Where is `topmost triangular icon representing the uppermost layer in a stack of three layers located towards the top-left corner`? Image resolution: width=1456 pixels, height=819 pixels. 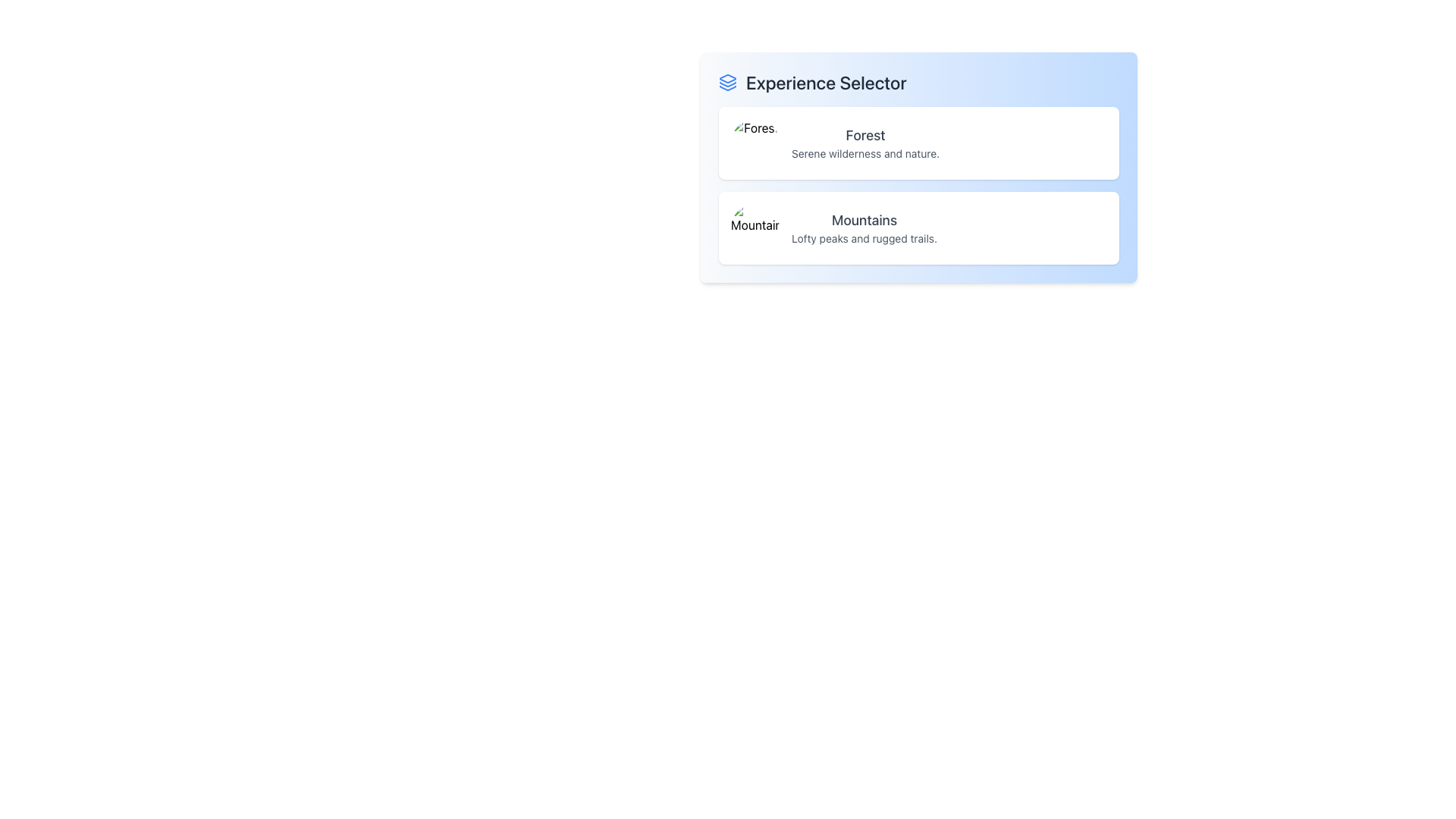 topmost triangular icon representing the uppermost layer in a stack of three layers located towards the top-left corner is located at coordinates (728, 79).